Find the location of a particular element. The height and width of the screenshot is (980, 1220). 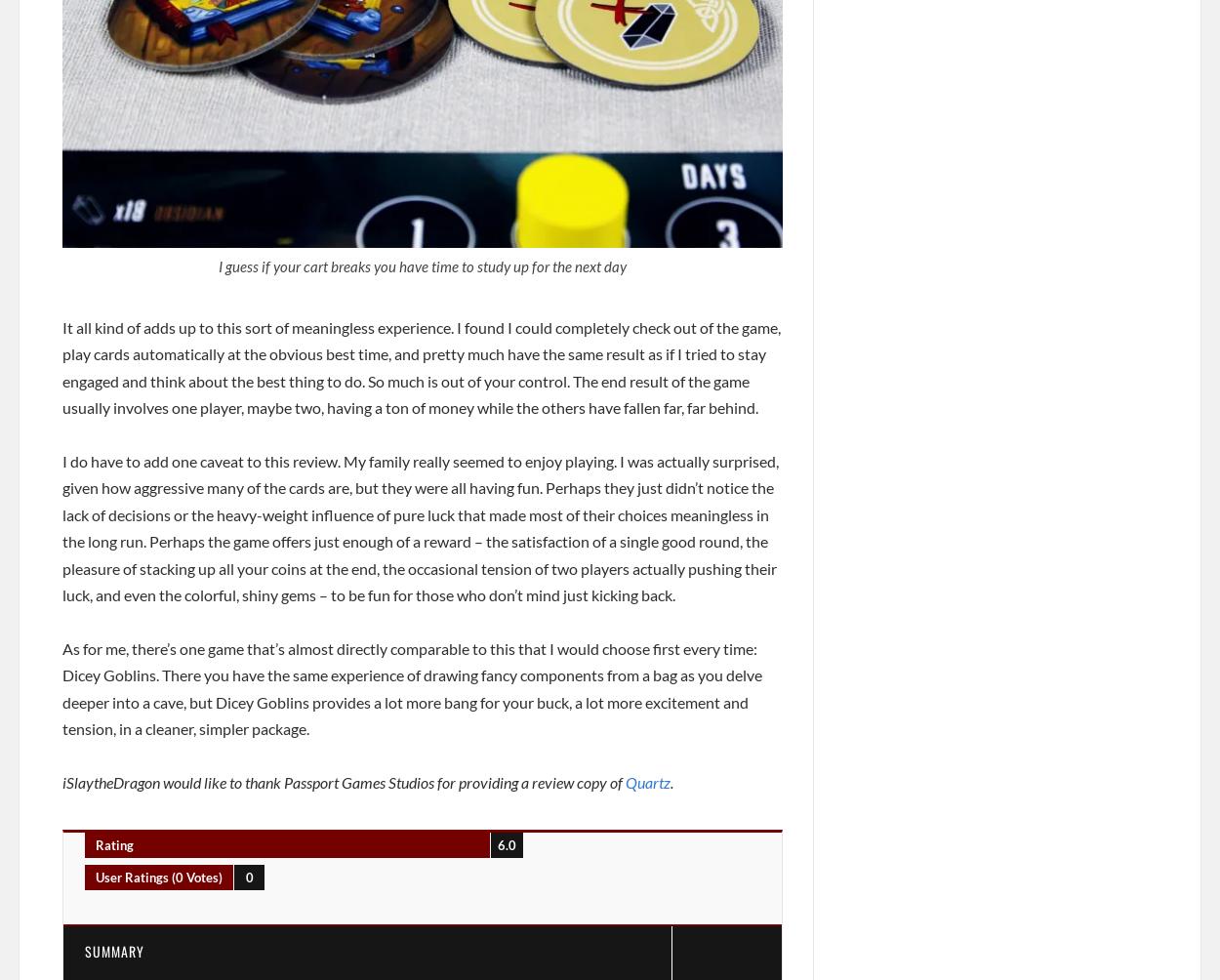

'Summary' is located at coordinates (84, 950).